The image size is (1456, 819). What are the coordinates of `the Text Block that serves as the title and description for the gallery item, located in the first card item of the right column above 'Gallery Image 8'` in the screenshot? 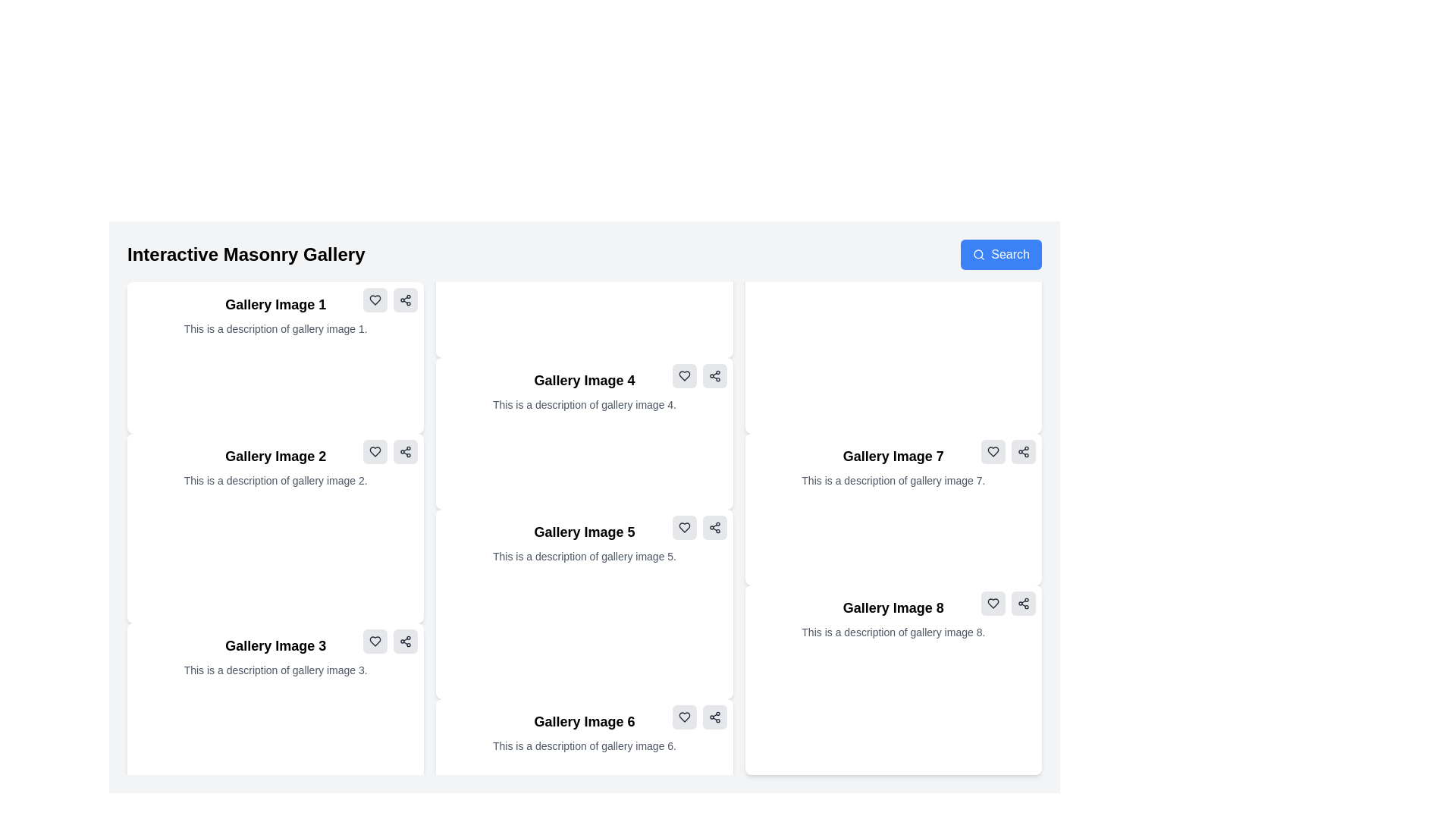 It's located at (893, 466).